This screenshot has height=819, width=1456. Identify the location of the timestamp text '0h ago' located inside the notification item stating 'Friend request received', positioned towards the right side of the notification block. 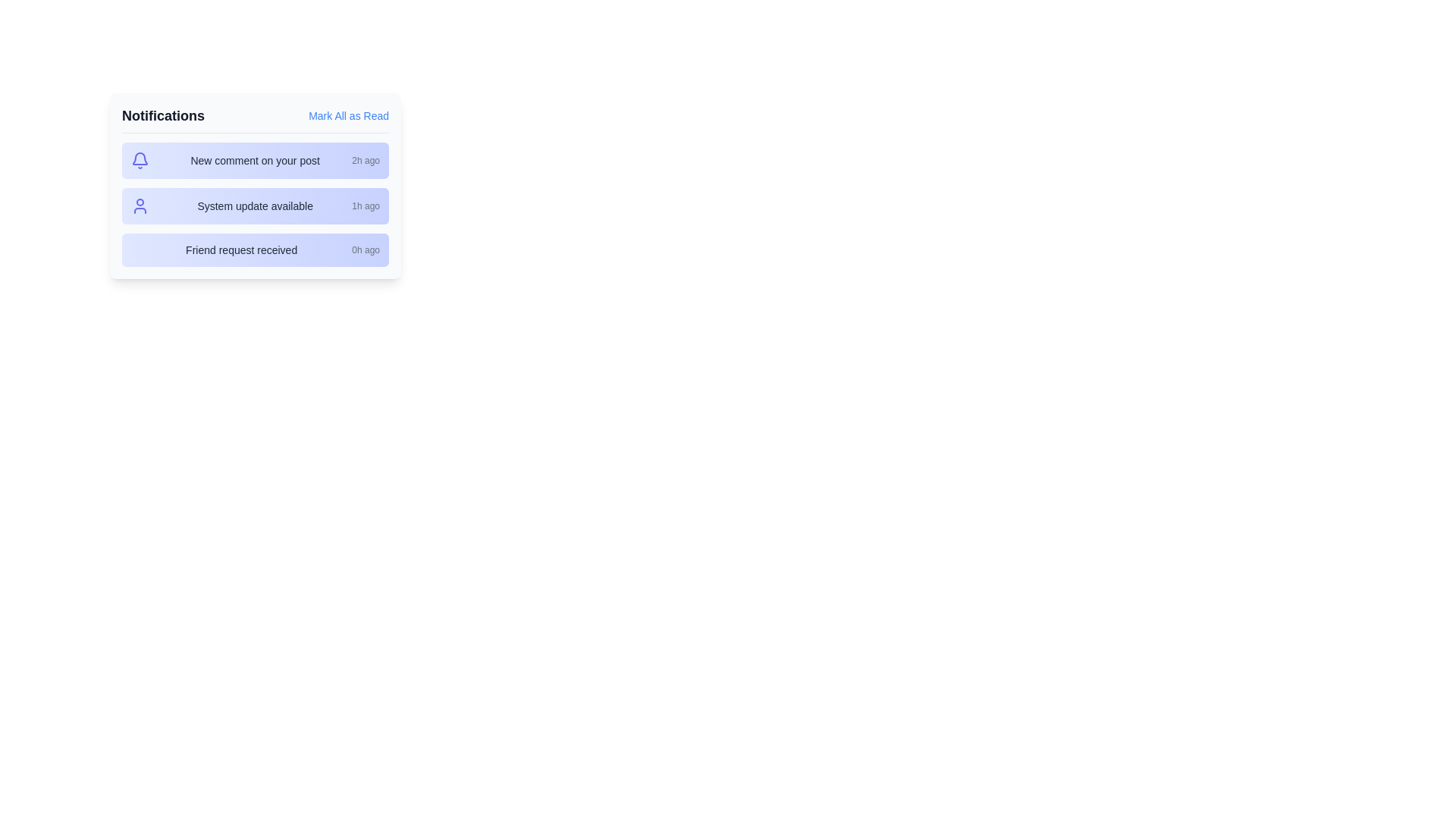
(366, 249).